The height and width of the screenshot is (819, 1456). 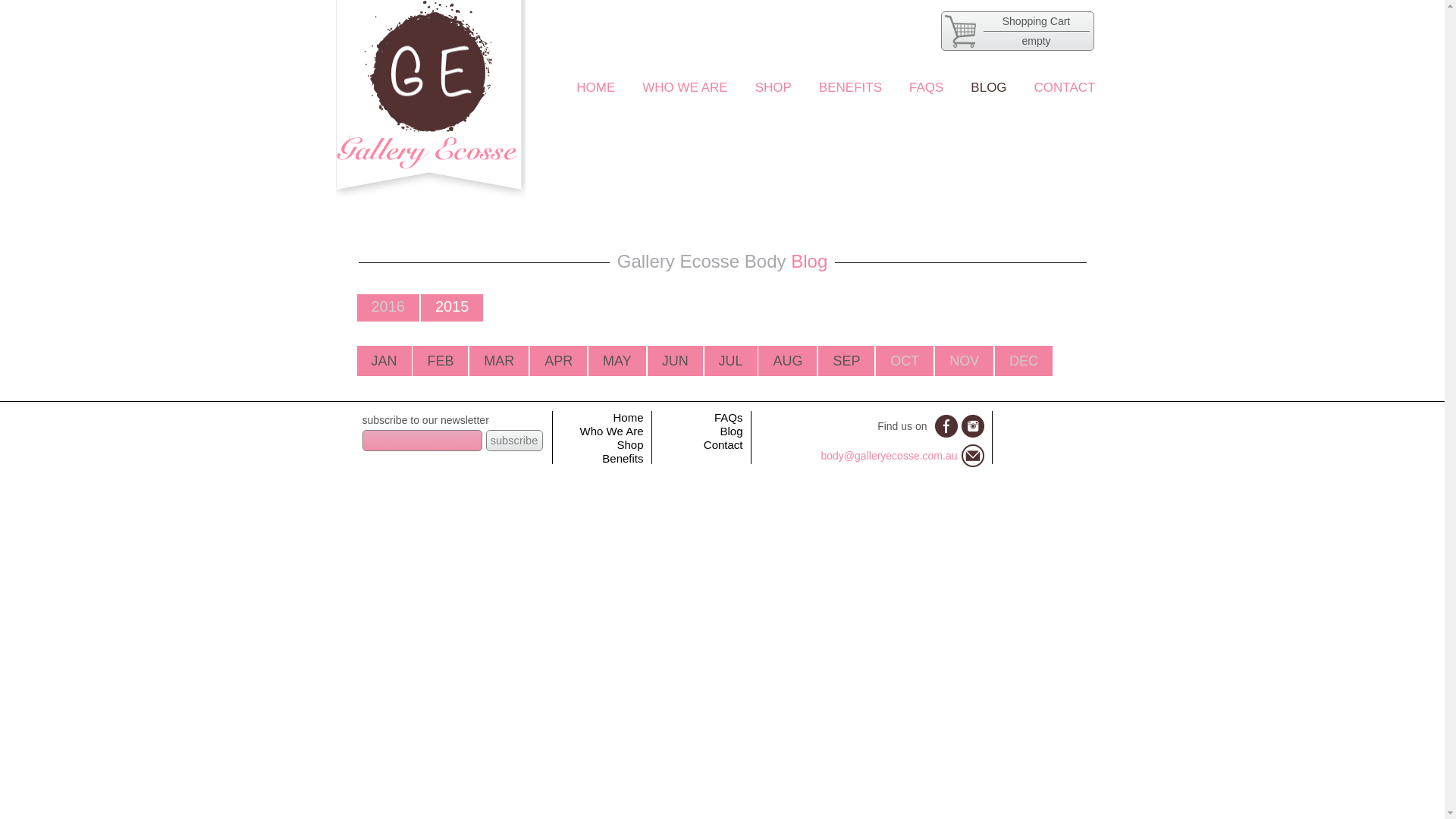 I want to click on 'NOV', so click(x=963, y=360).